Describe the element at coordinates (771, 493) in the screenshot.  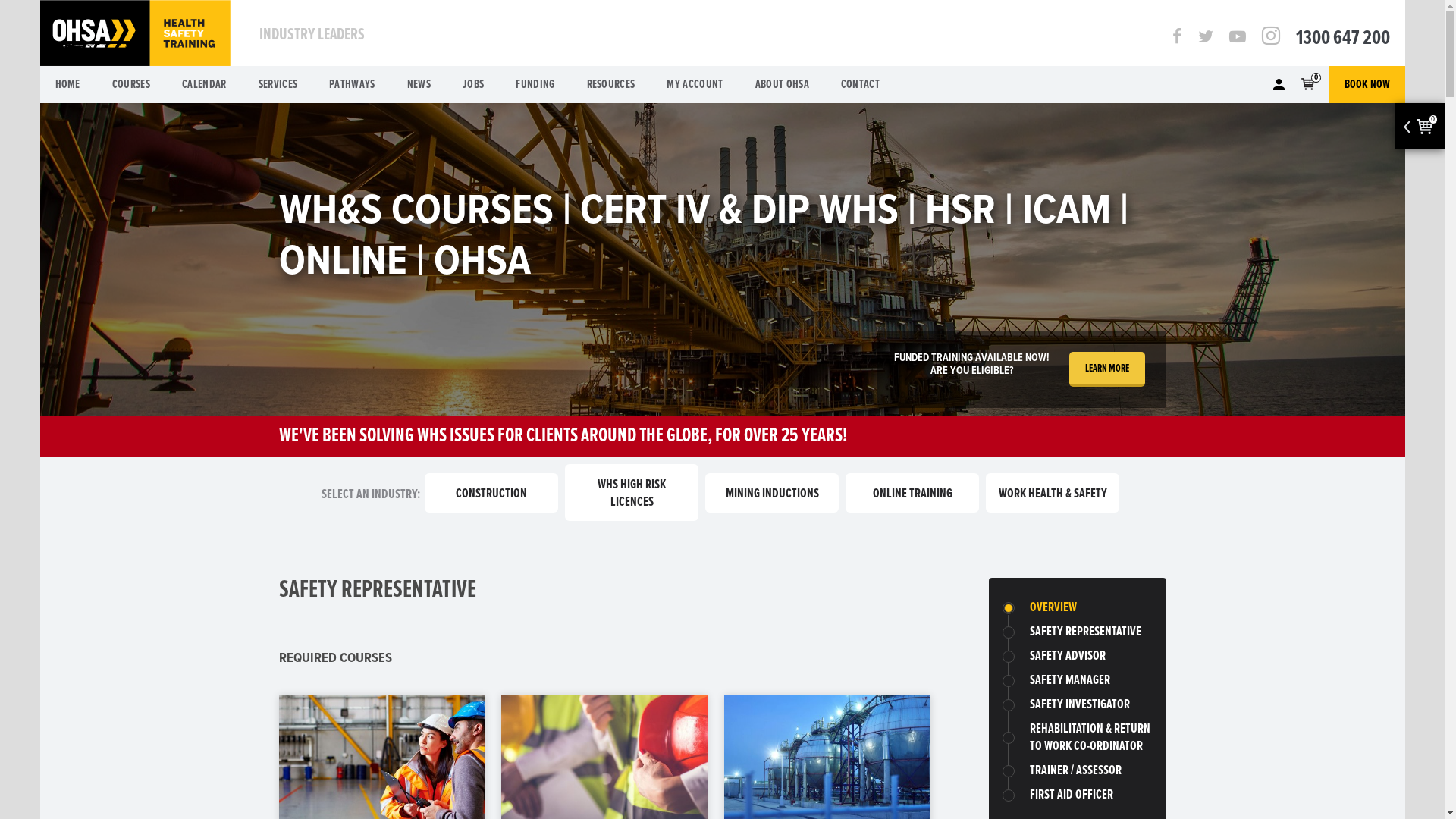
I see `'MINING INDUCTIONS'` at that location.